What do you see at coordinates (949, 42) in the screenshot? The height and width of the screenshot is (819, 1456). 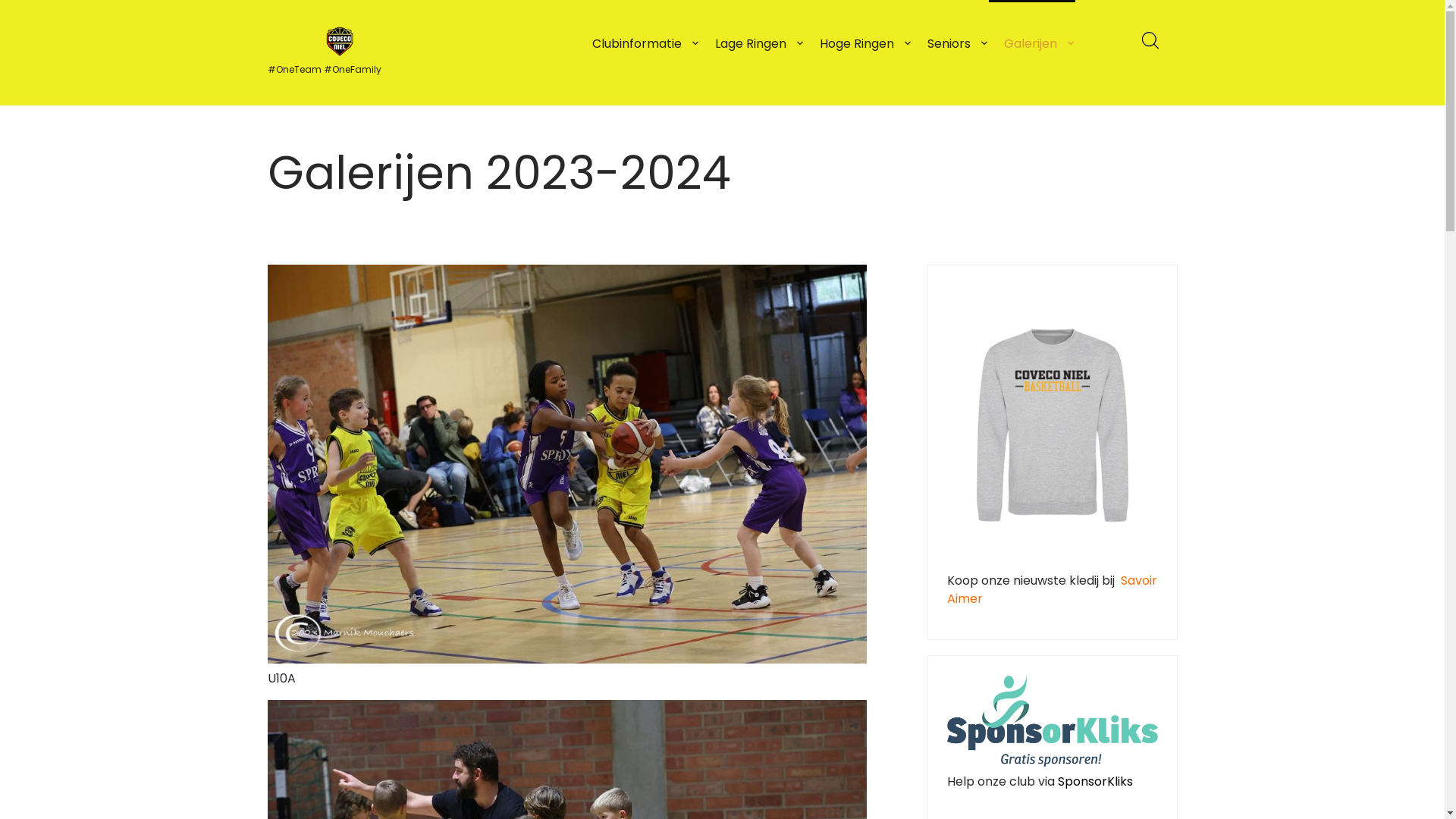 I see `'Seniors'` at bounding box center [949, 42].